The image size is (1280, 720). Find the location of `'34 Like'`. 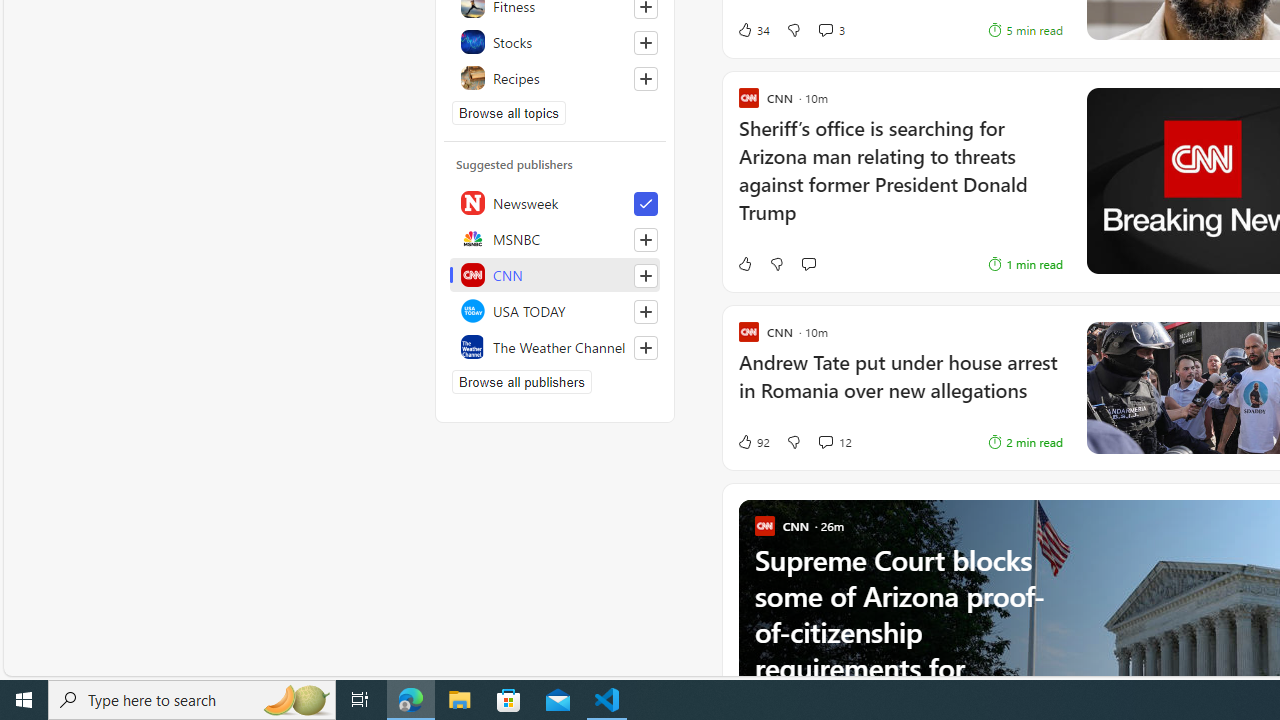

'34 Like' is located at coordinates (752, 30).